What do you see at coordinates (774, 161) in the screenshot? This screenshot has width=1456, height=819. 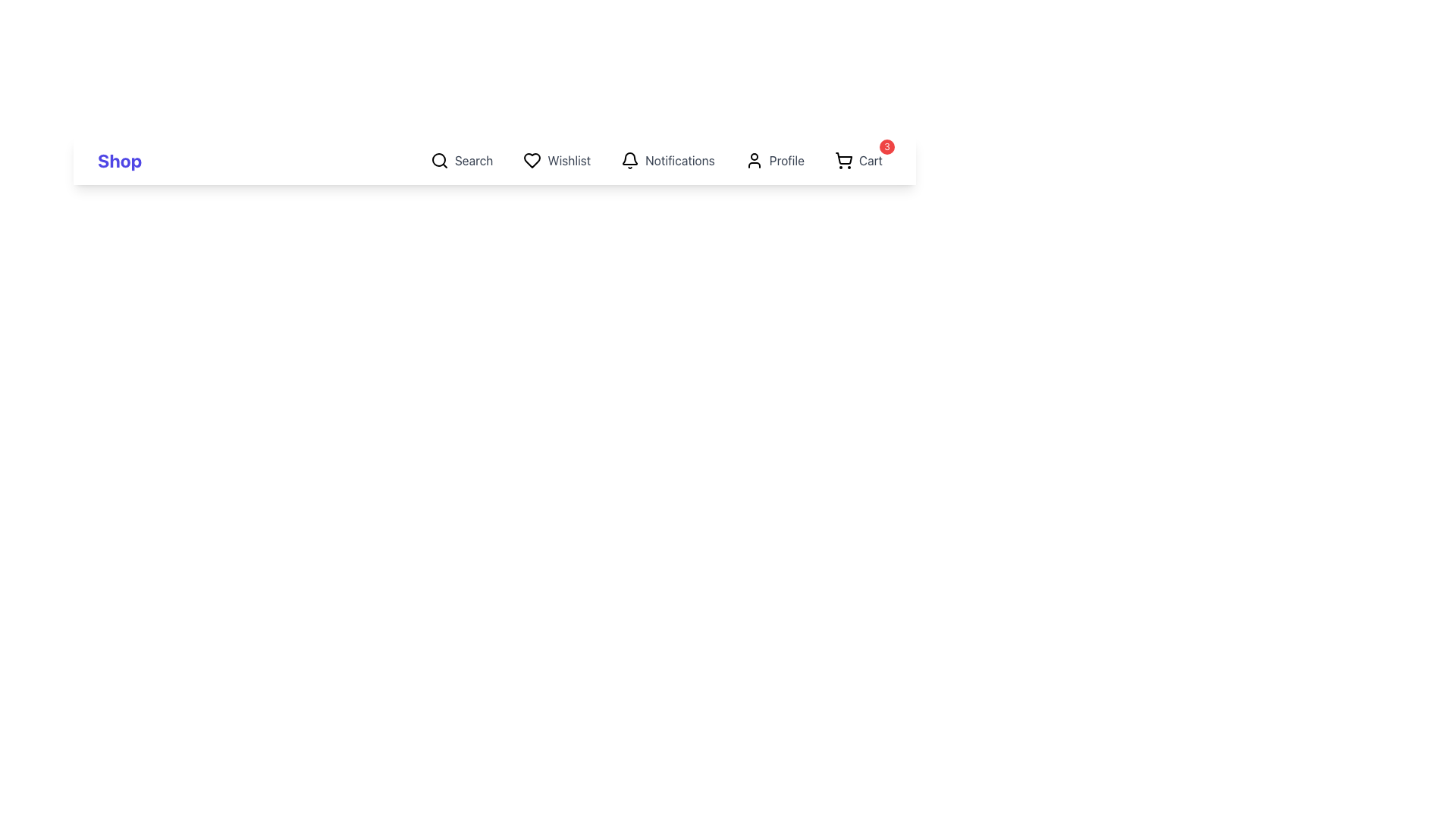 I see `the 'Profile' button in the navigation bar` at bounding box center [774, 161].